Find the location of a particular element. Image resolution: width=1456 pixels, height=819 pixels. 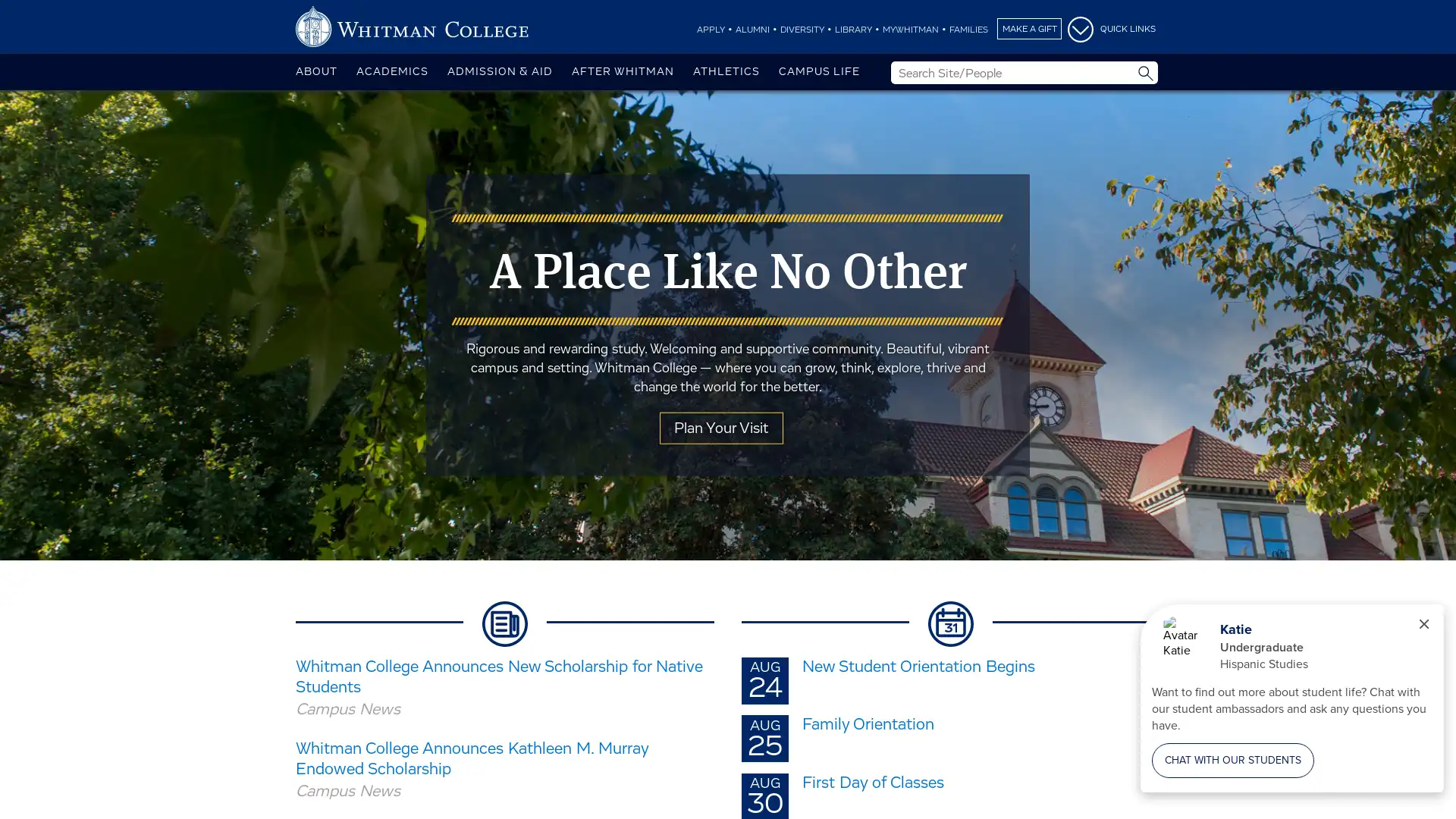

Submit Search is located at coordinates (1146, 72).